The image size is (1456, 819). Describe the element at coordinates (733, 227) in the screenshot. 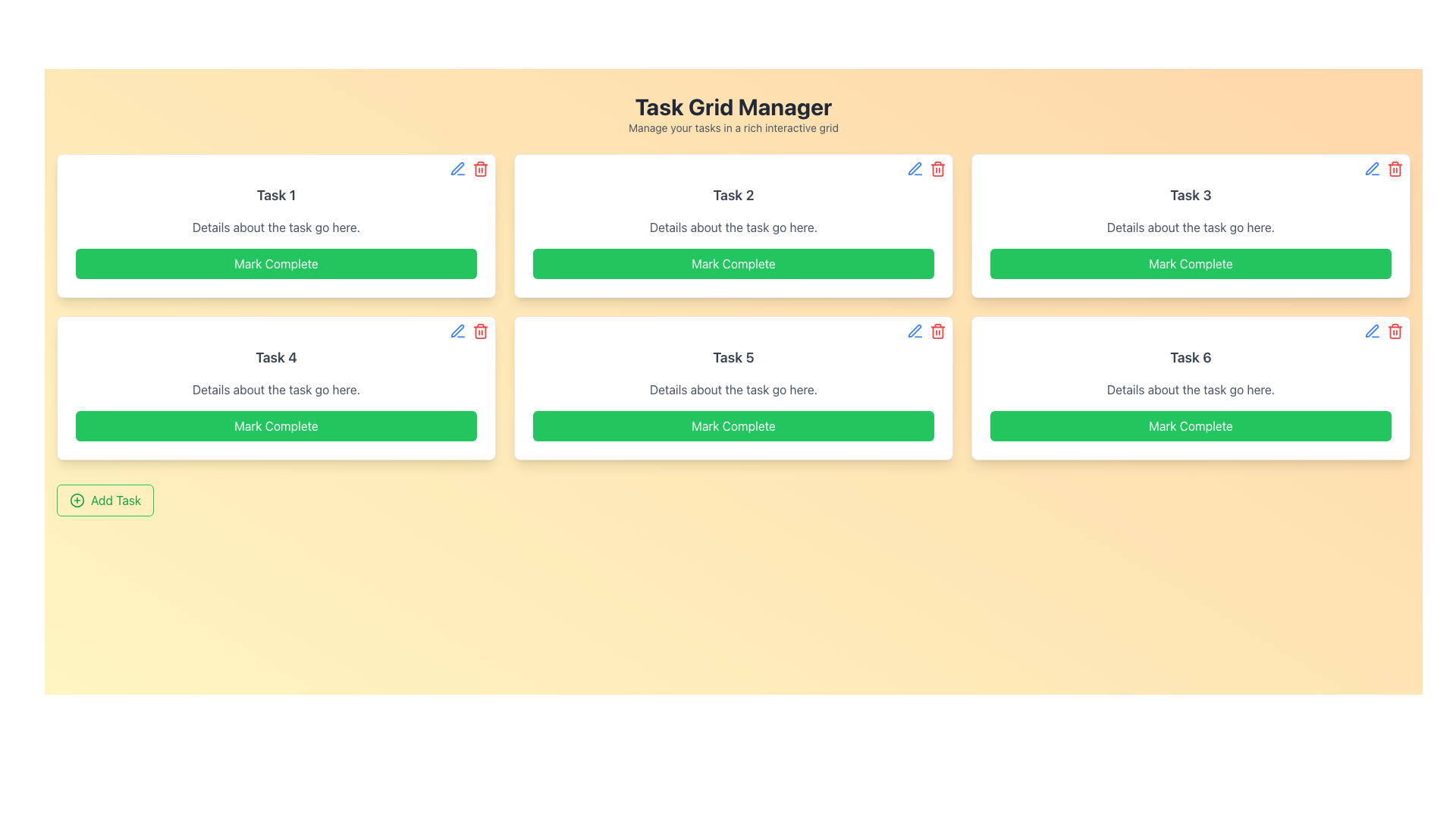

I see `the informative text element located in the middle section of the 'Task 2' card, positioned between the title 'Task 2' above and the 'Mark Complete' button below` at that location.